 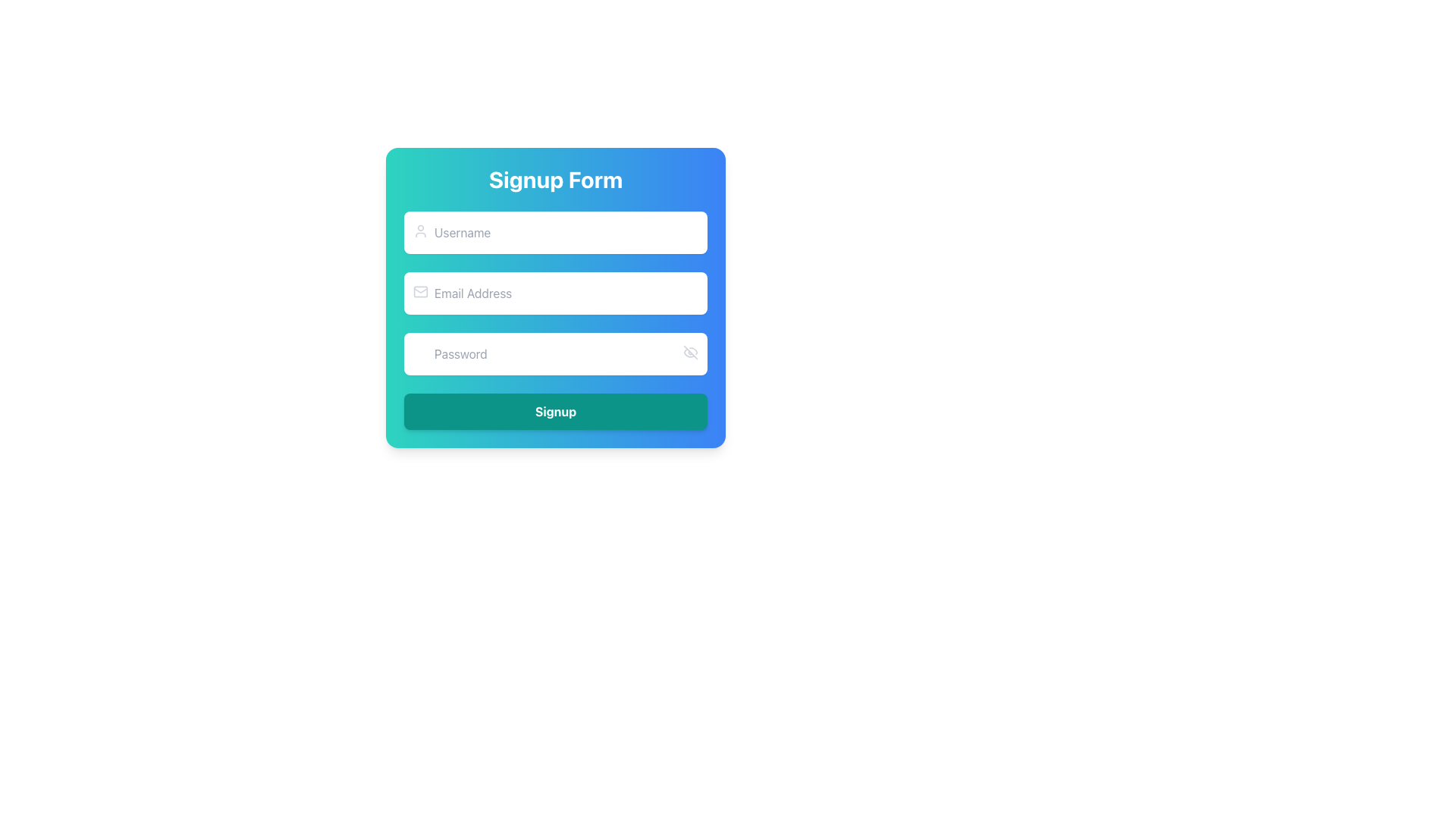 I want to click on the button located at the top-right corner of the password input field, so click(x=690, y=353).